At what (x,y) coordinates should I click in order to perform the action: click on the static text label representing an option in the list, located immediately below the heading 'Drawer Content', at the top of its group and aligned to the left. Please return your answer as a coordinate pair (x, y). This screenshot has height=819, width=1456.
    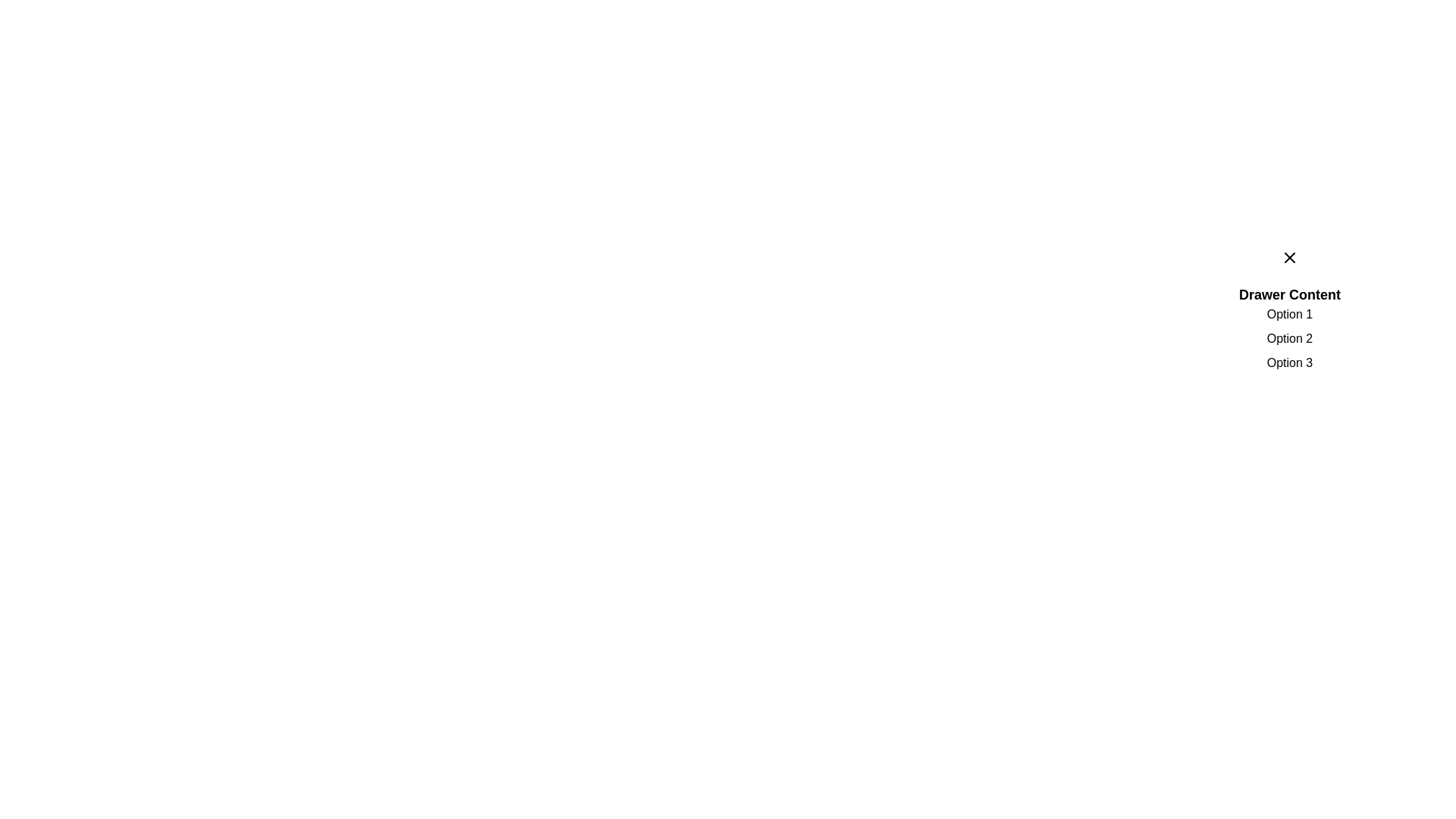
    Looking at the image, I should click on (1288, 314).